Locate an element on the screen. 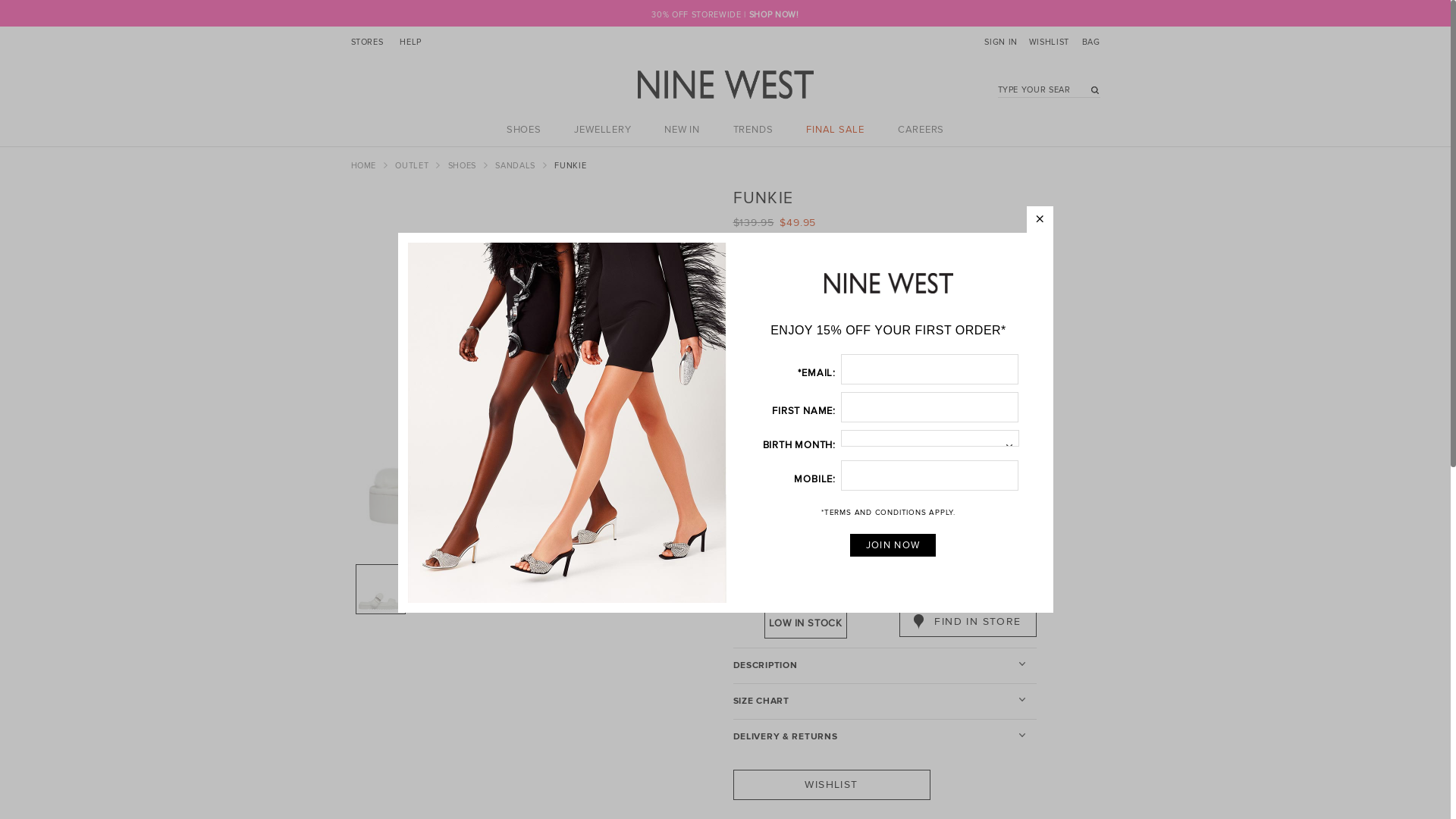 This screenshot has height=819, width=1456. 'FINAL SALE' is located at coordinates (834, 128).